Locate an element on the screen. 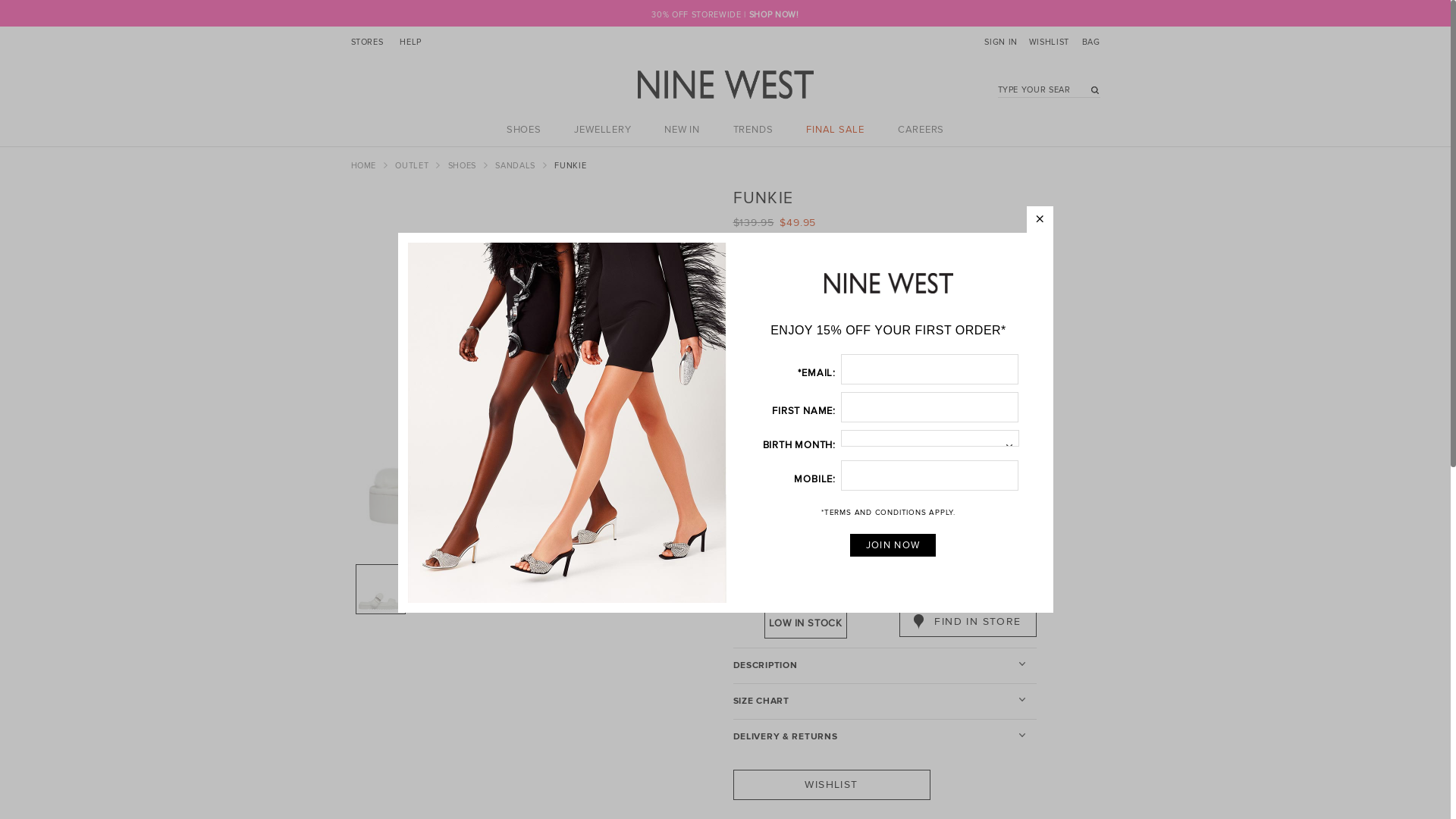 This screenshot has height=819, width=1456. 'FINAL SALE' is located at coordinates (834, 128).